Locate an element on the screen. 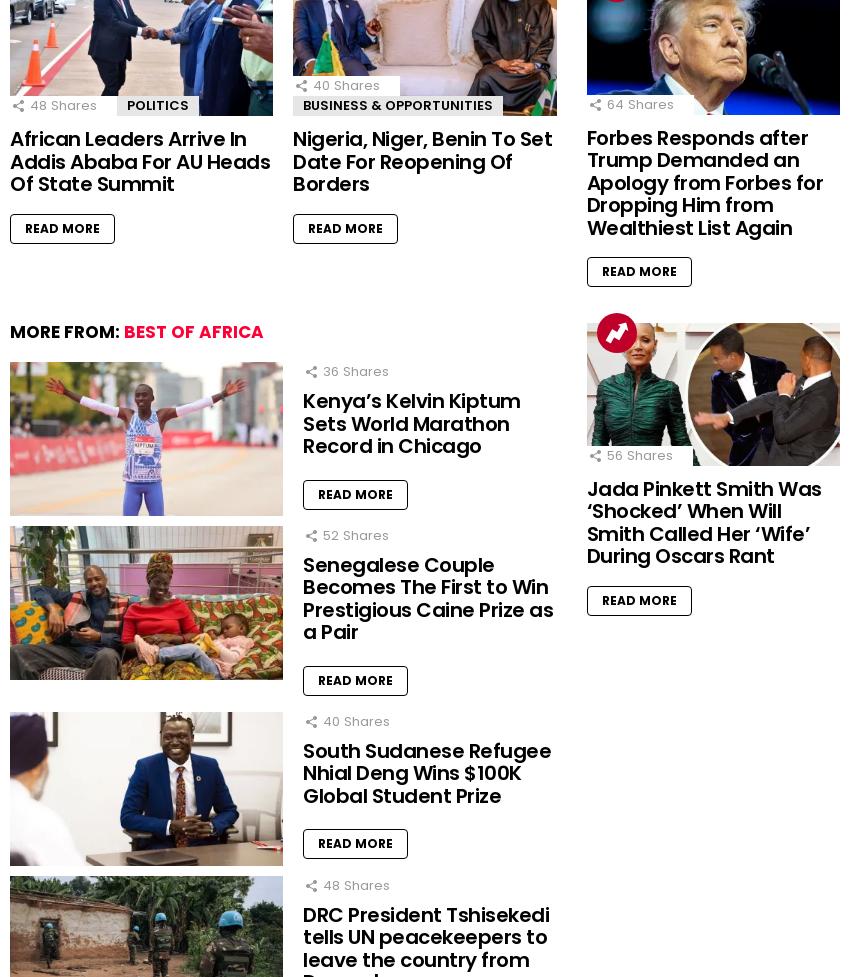 This screenshot has width=850, height=977. 'More From:' is located at coordinates (66, 331).